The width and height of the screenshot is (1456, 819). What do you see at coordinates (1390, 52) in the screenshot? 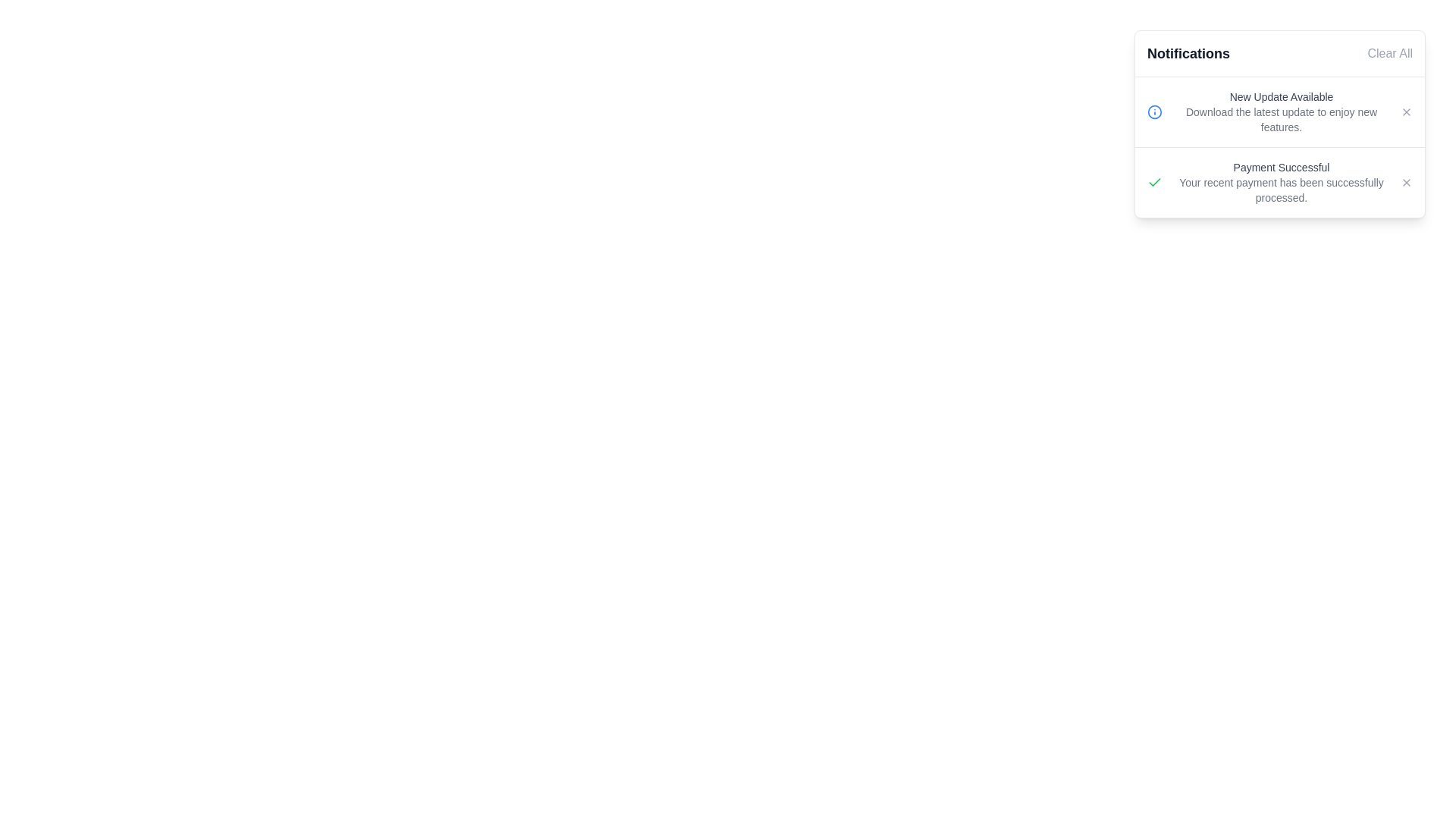
I see `the clear notifications button located at the top-right corner of the notification card to change its color to red` at bounding box center [1390, 52].